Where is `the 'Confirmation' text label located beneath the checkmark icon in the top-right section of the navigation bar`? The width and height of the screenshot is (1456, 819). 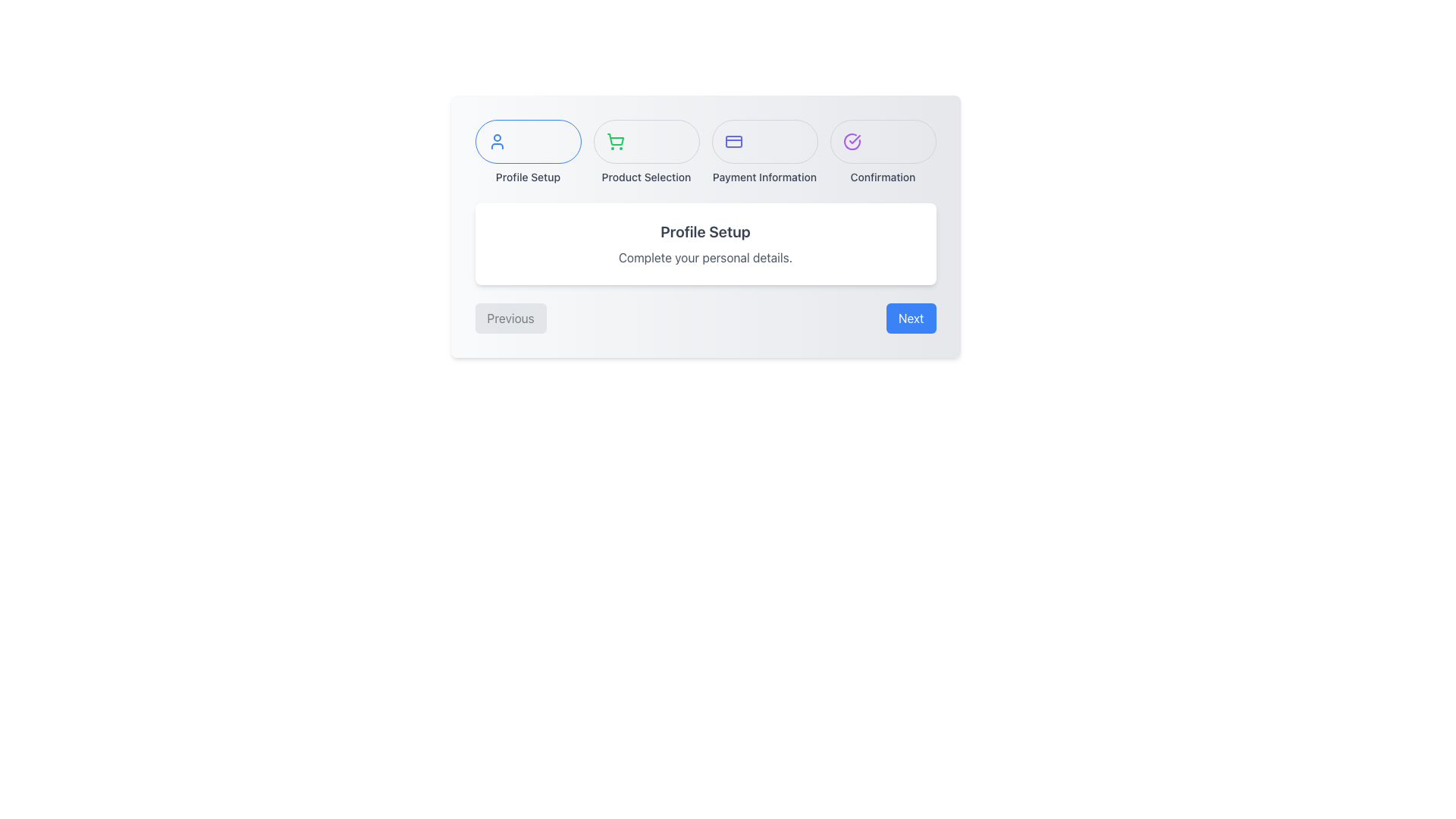 the 'Confirmation' text label located beneath the checkmark icon in the top-right section of the navigation bar is located at coordinates (883, 177).